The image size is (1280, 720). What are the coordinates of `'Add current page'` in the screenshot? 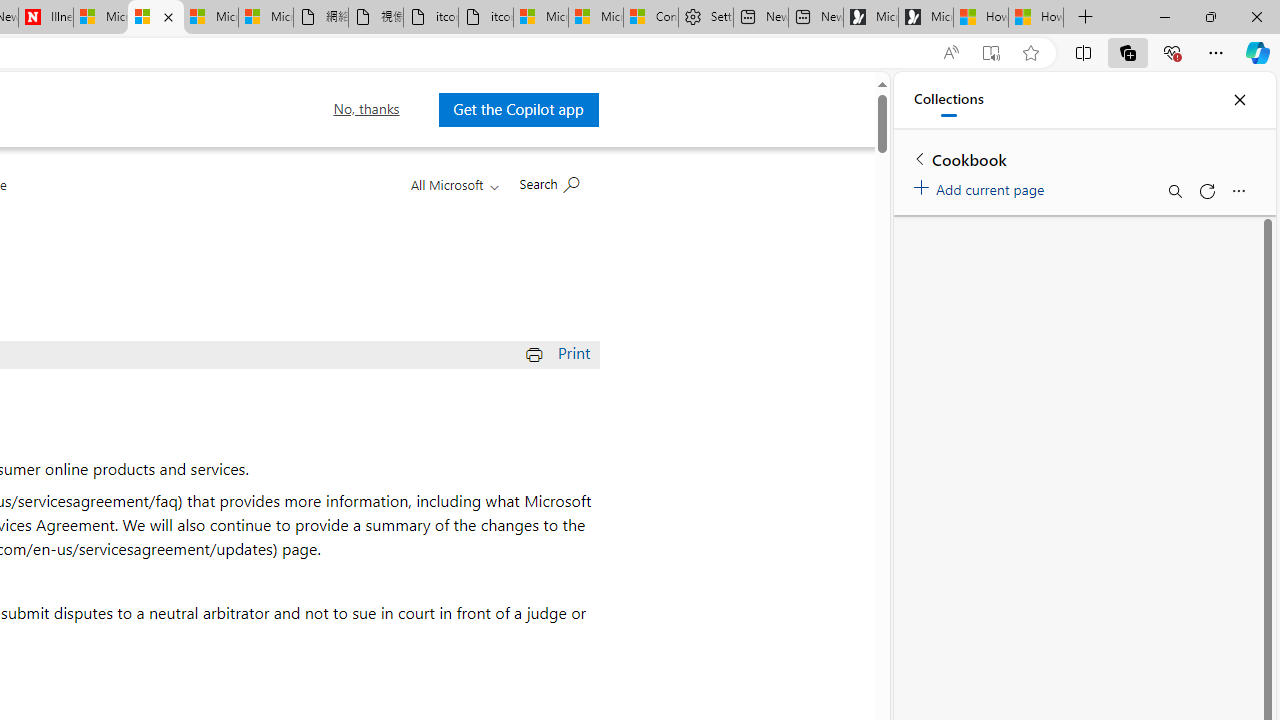 It's located at (983, 186).